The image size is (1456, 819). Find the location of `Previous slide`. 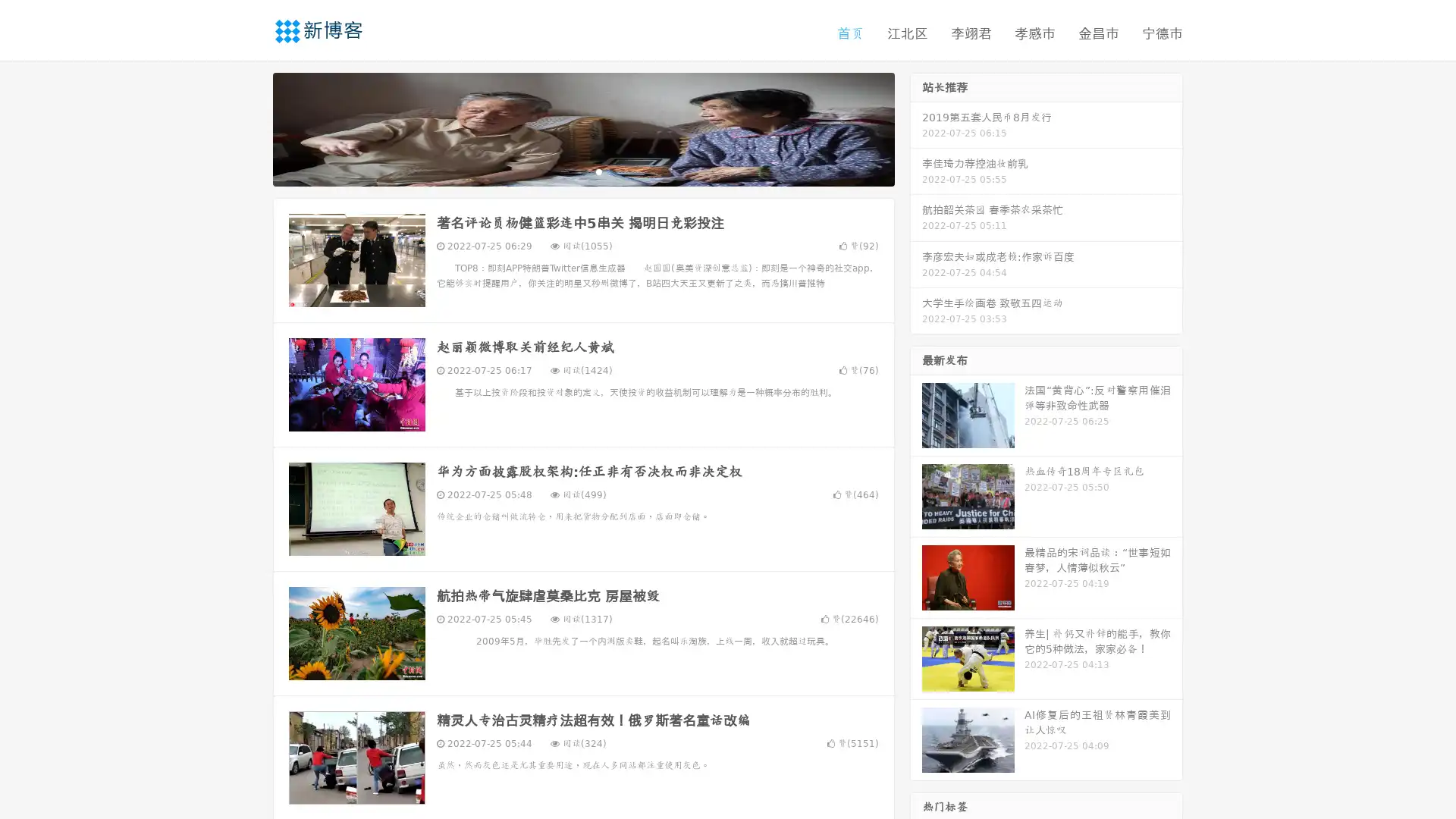

Previous slide is located at coordinates (250, 127).